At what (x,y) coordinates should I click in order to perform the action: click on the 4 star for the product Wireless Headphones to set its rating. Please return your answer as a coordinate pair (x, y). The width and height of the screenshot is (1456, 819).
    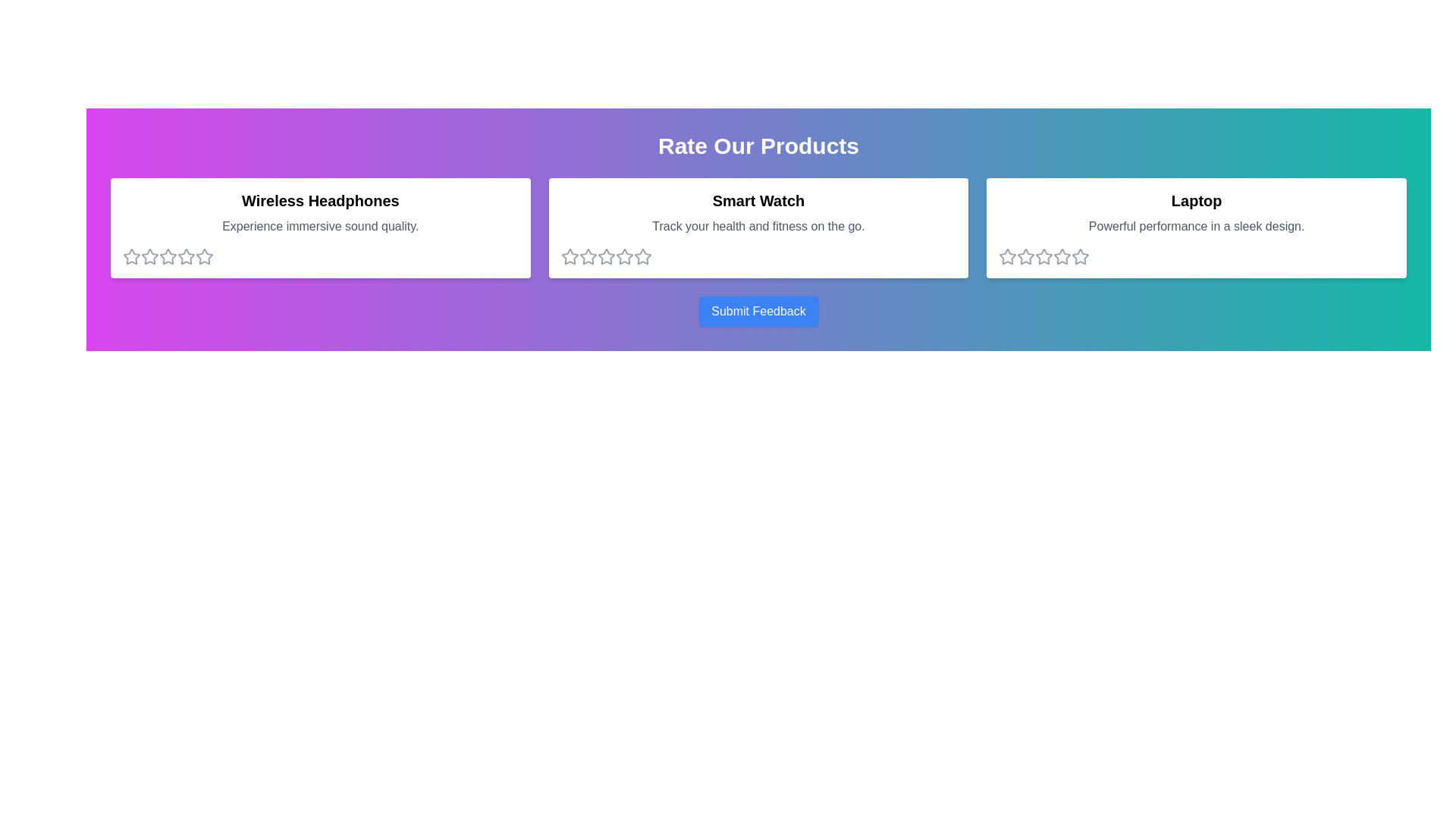
    Looking at the image, I should click on (185, 256).